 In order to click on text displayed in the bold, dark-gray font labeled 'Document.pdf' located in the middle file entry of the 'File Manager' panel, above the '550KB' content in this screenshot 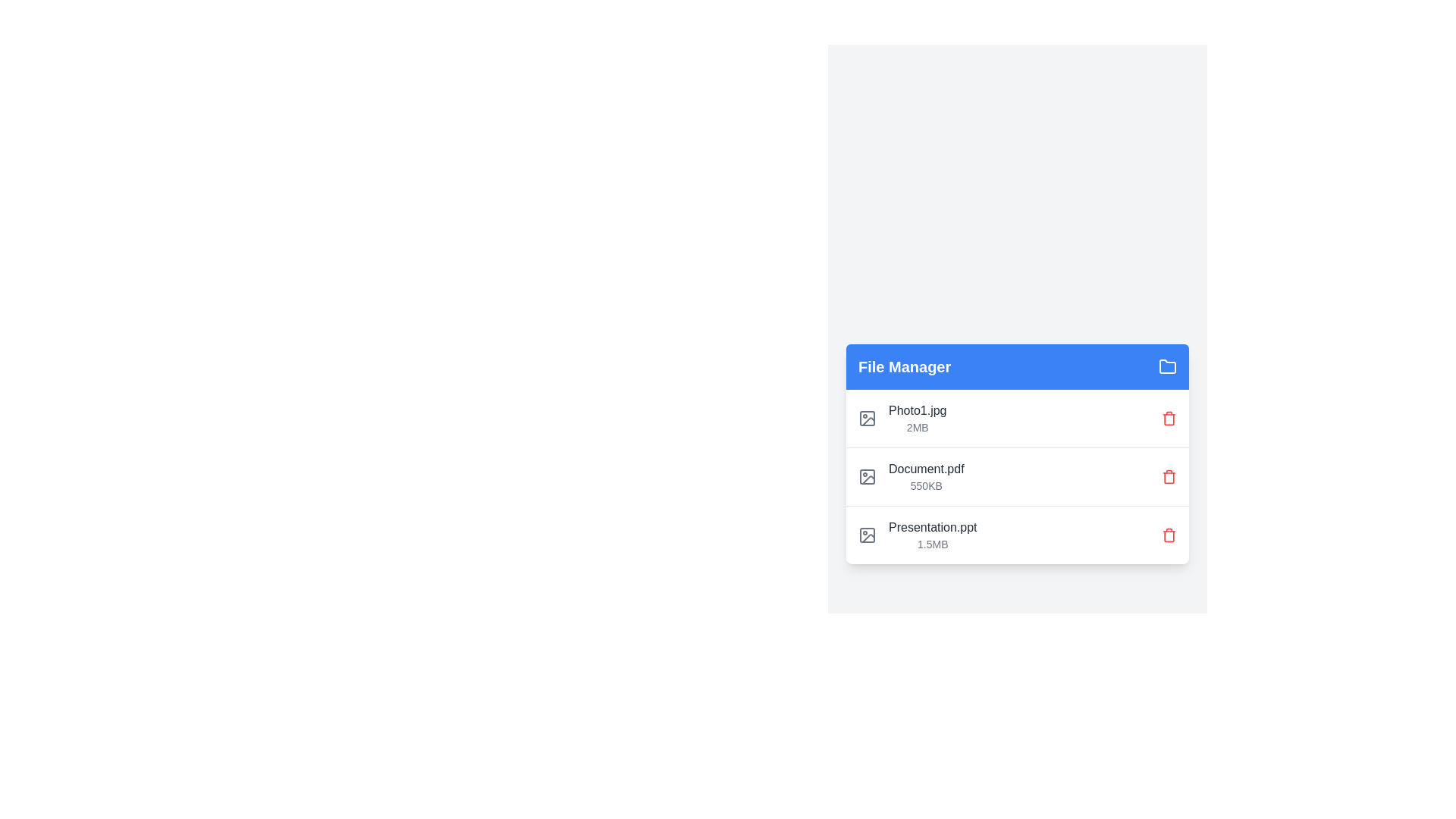, I will do `click(925, 468)`.